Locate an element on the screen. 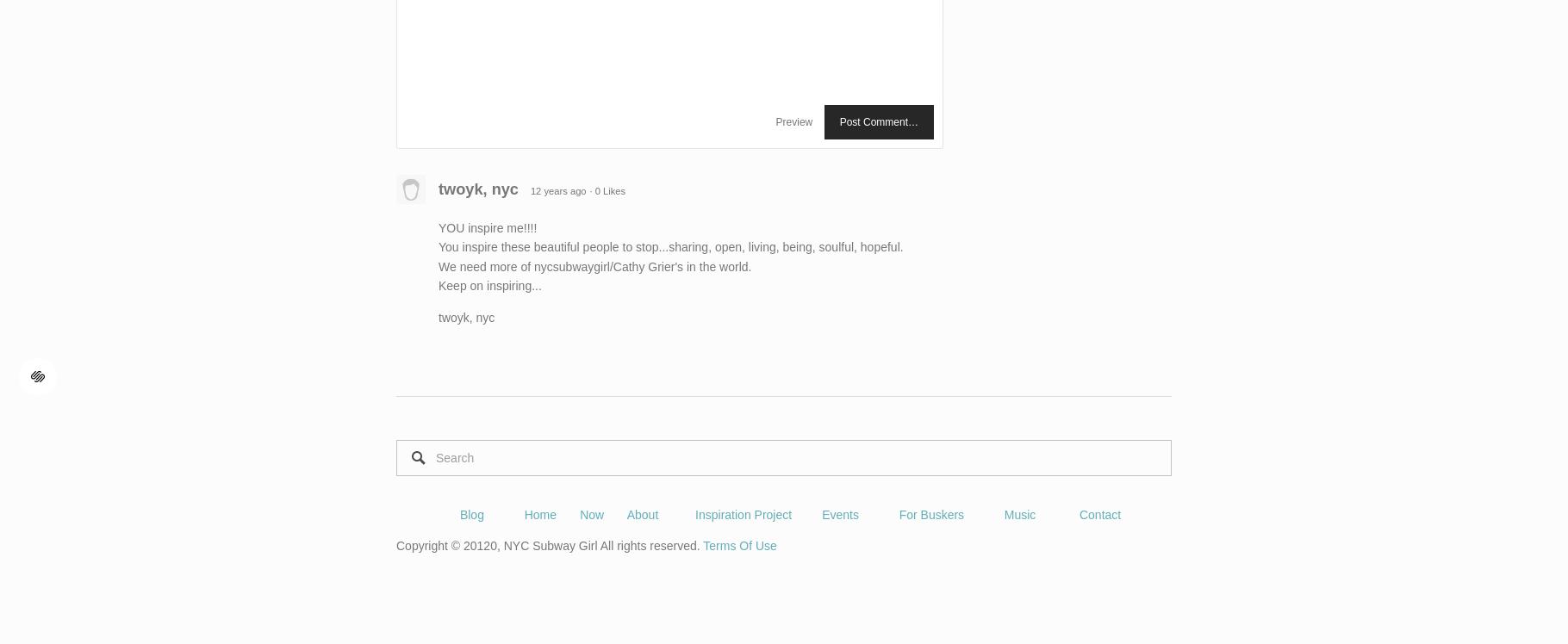  '· 0 Likes' is located at coordinates (607, 191).